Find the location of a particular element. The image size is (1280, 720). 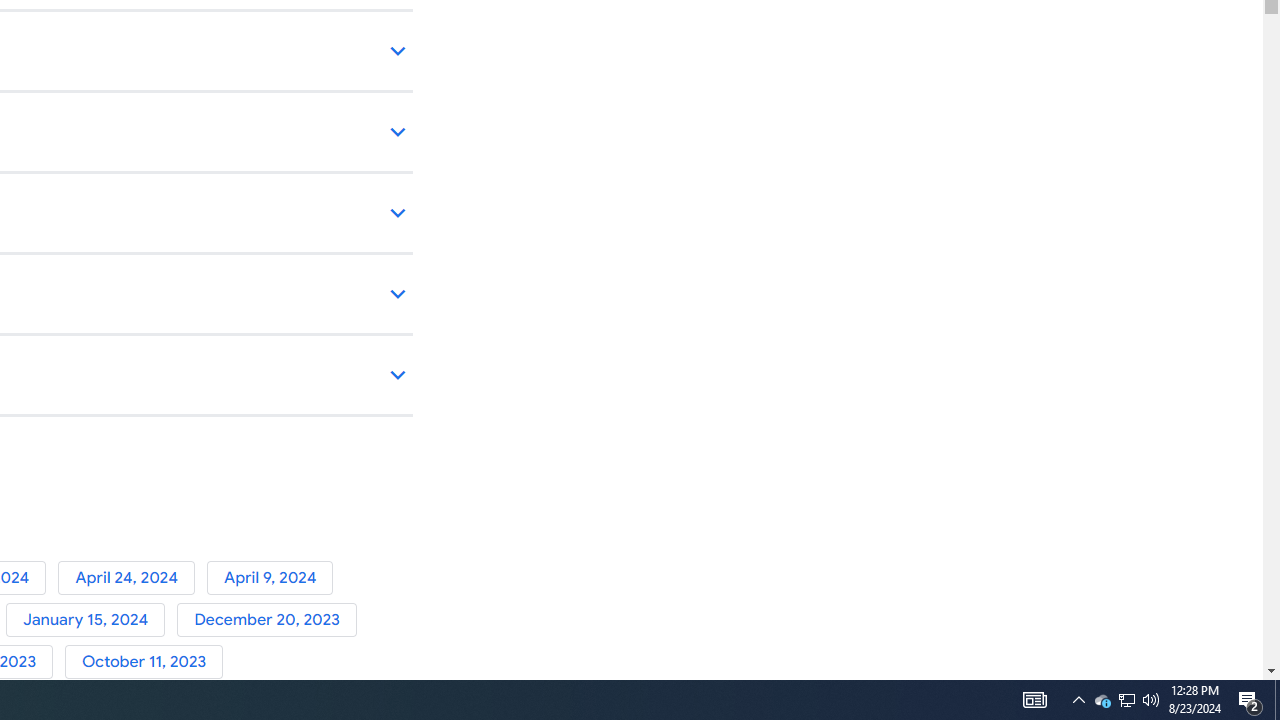

'December 20, 2023' is located at coordinates (269, 619).